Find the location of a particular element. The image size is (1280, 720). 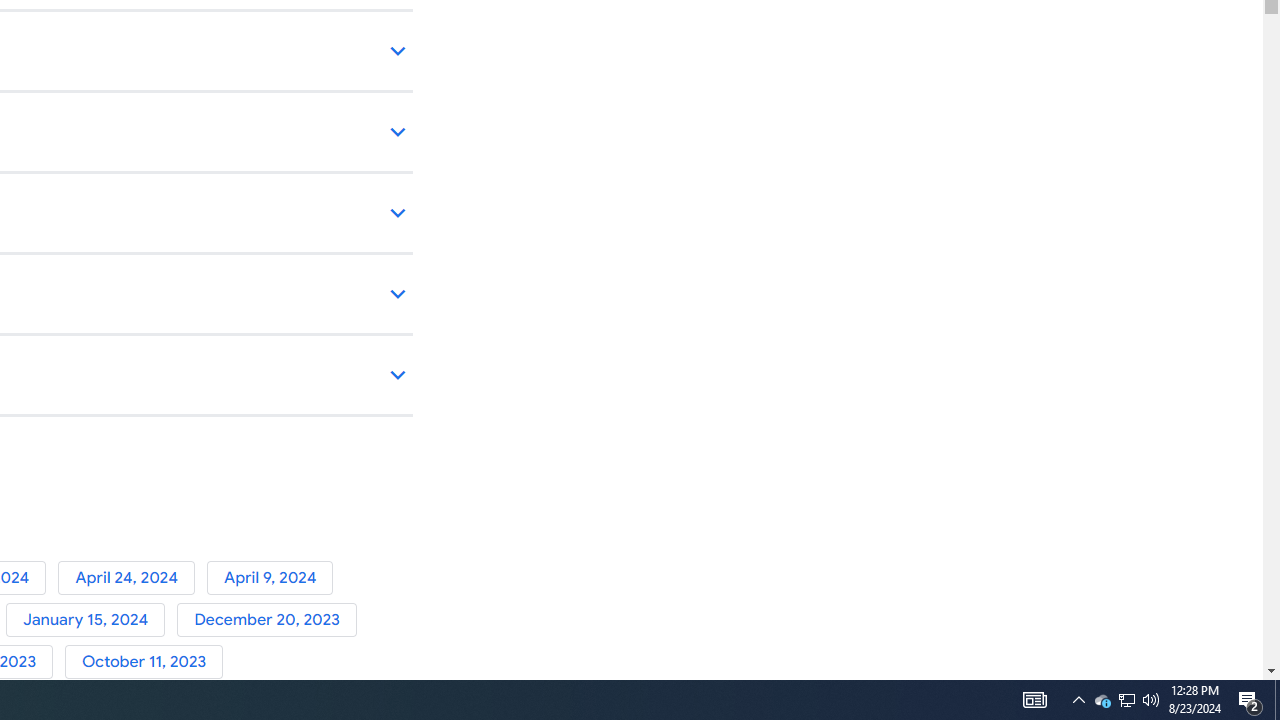

'December 20, 2023' is located at coordinates (269, 619).